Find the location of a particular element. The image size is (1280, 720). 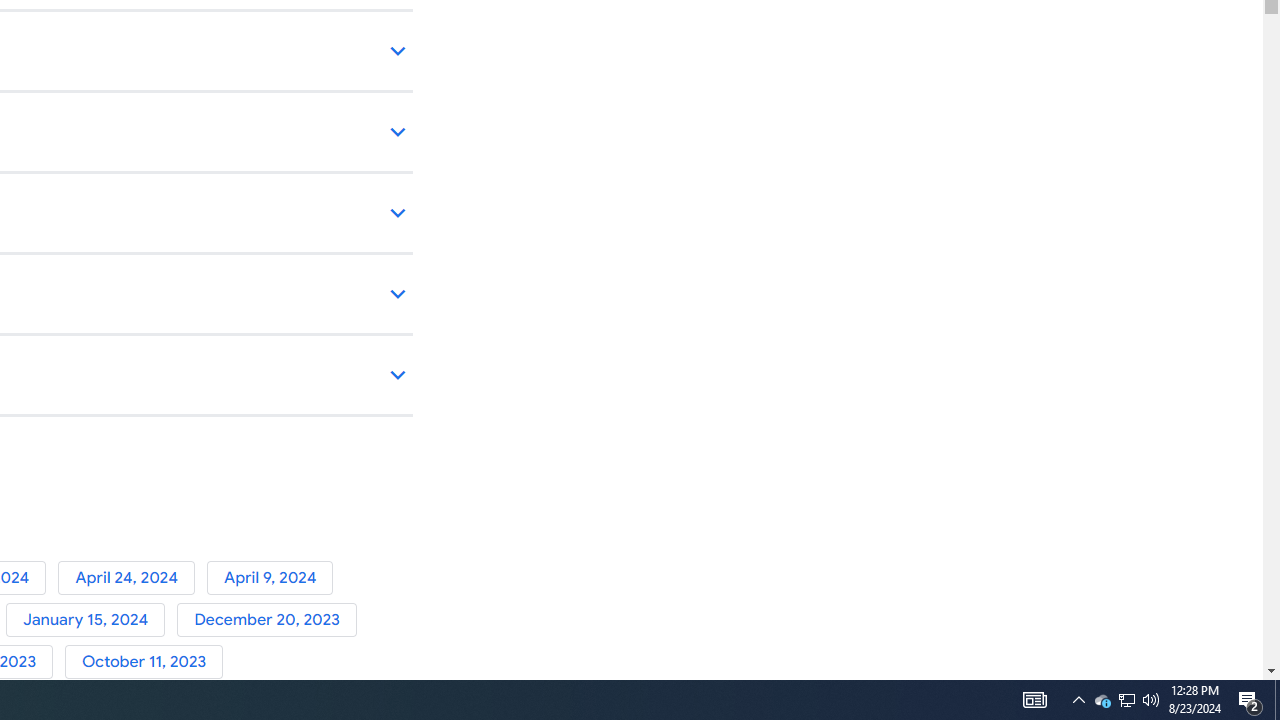

'December 20, 2023' is located at coordinates (269, 619).